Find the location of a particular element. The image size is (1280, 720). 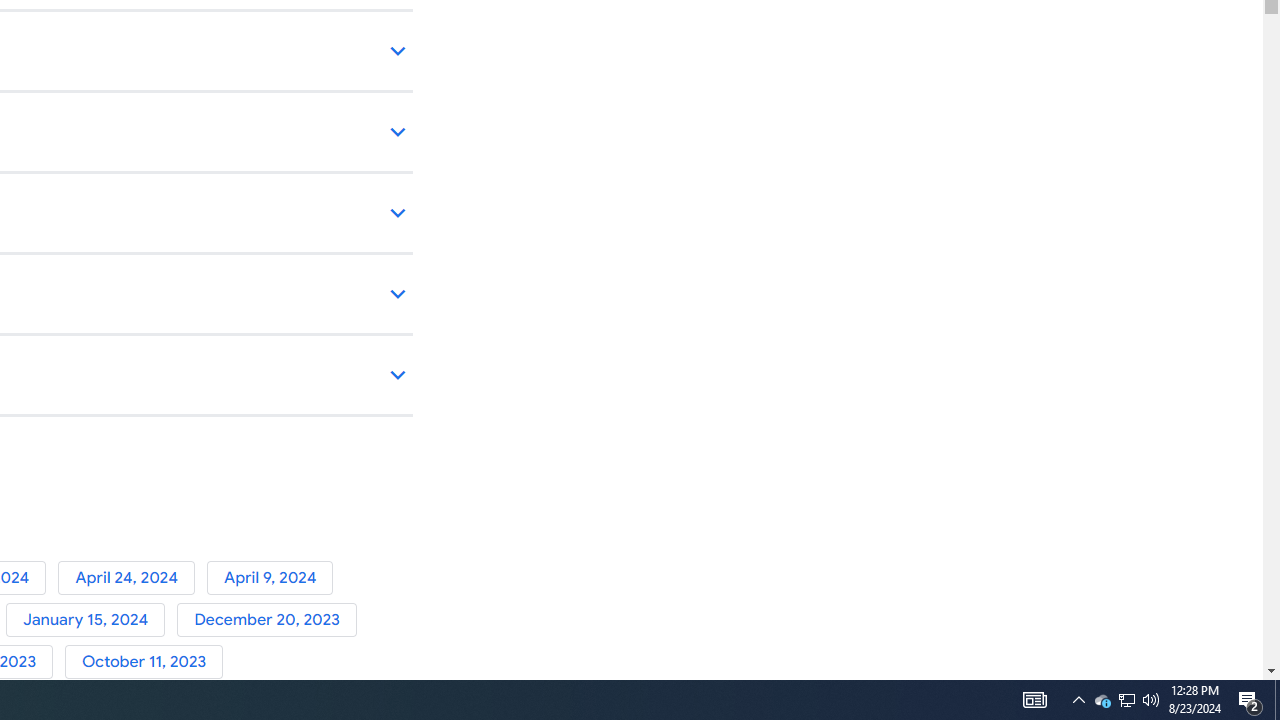

'December 20, 2023' is located at coordinates (269, 619).